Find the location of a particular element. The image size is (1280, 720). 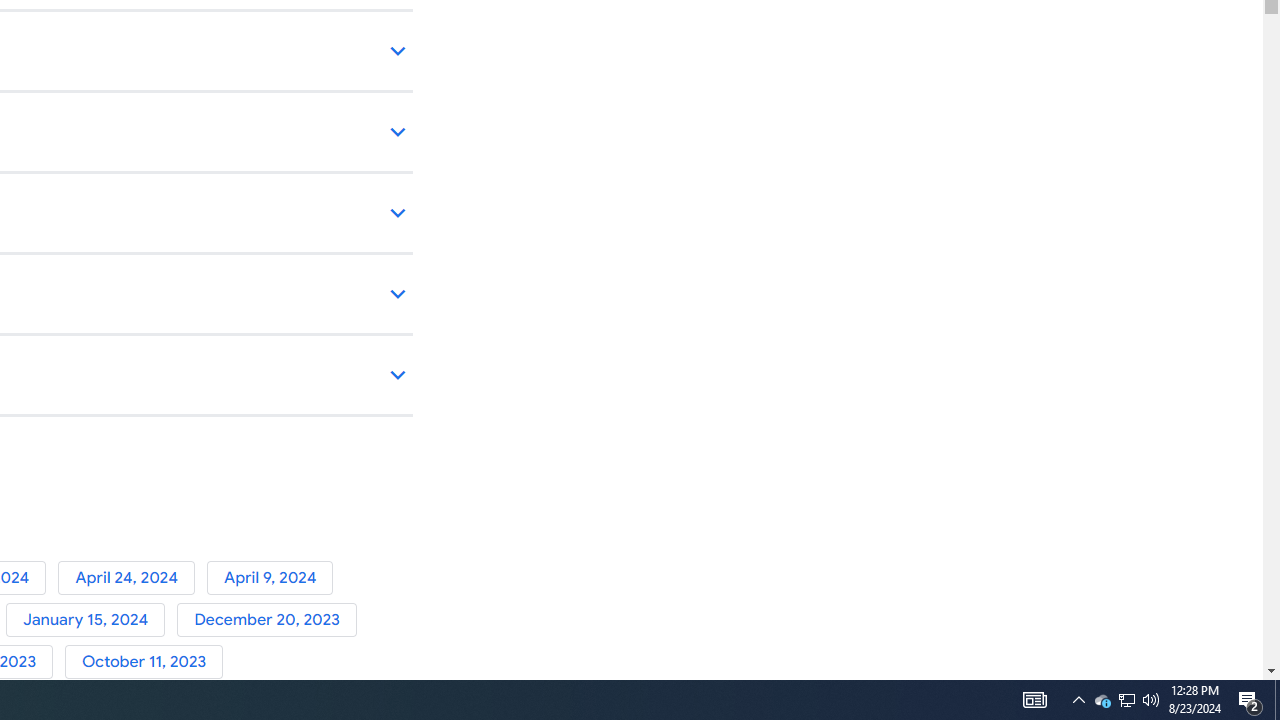

'December 20, 2023' is located at coordinates (269, 619).